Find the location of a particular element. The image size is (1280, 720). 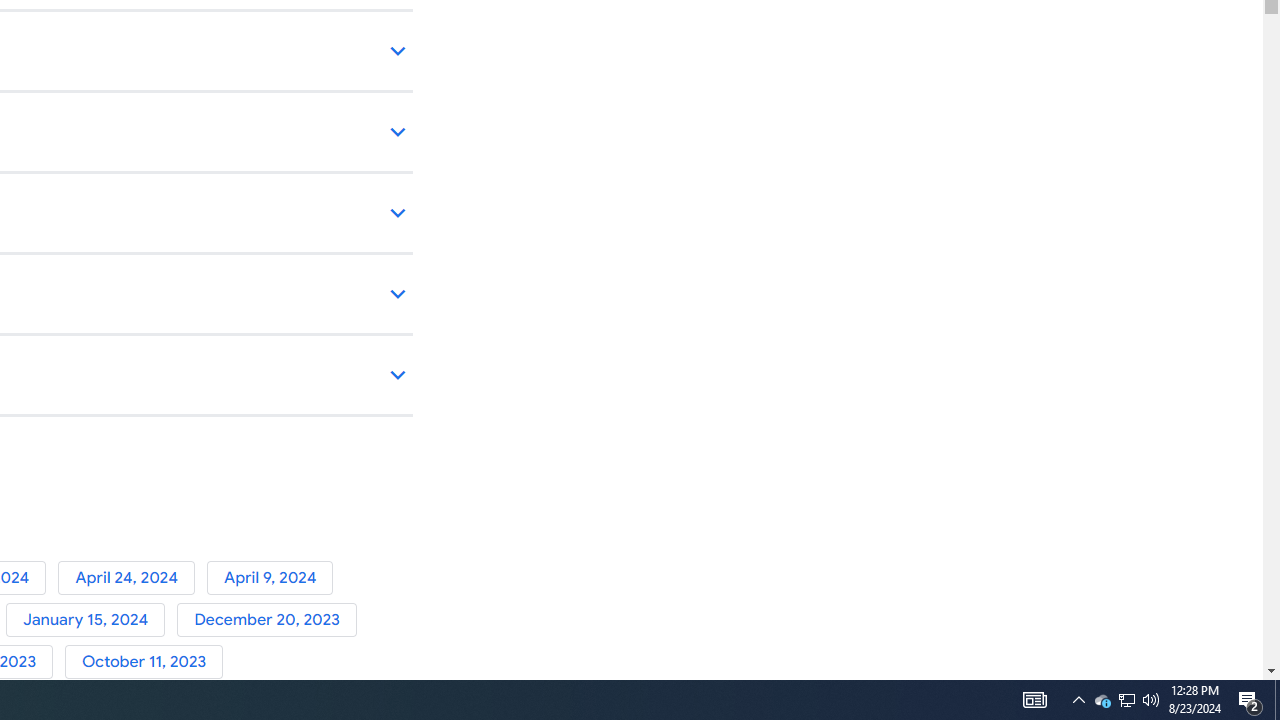

'December 20, 2023' is located at coordinates (269, 619).